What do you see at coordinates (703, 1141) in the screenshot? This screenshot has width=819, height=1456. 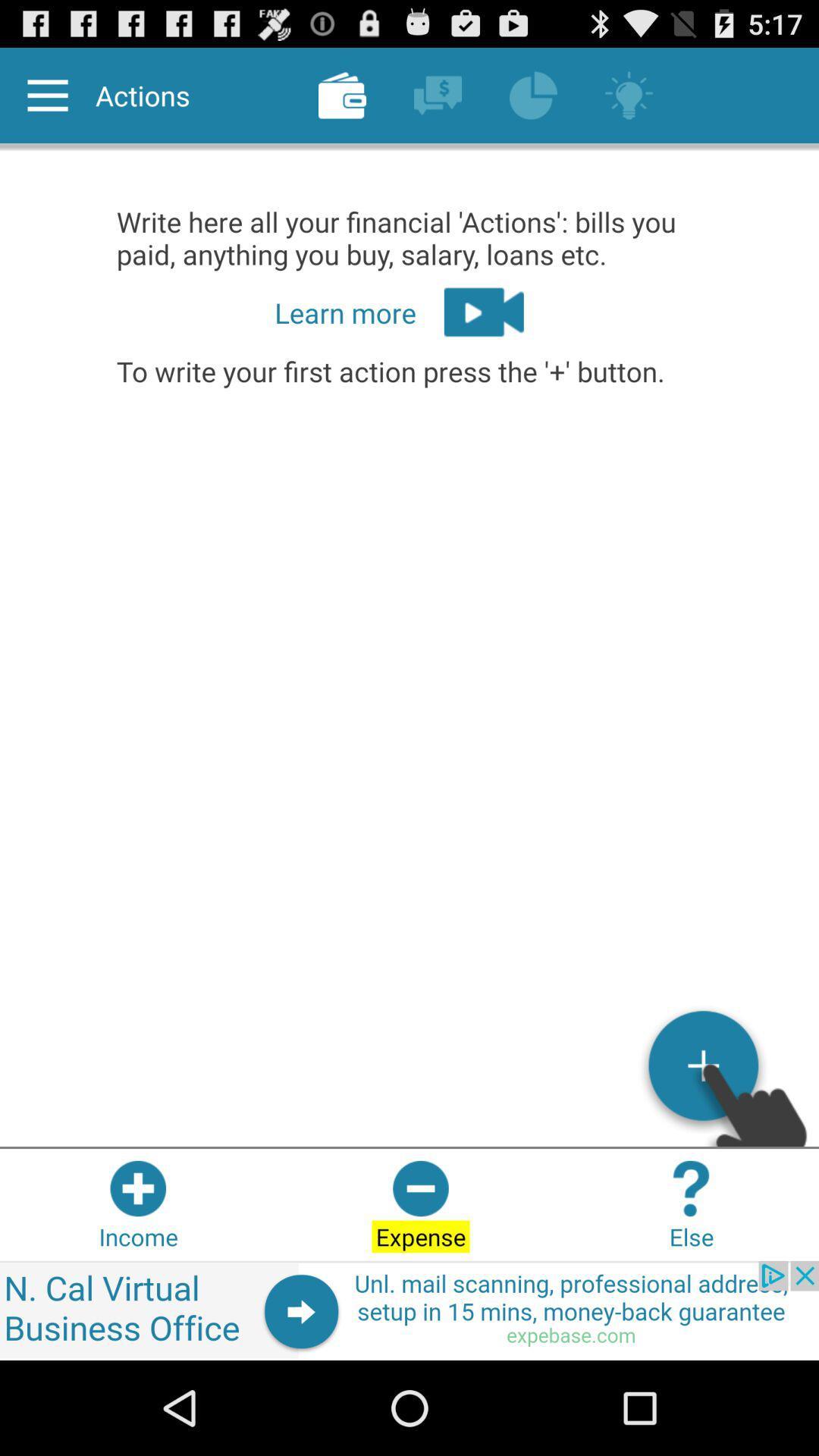 I see `the add icon` at bounding box center [703, 1141].